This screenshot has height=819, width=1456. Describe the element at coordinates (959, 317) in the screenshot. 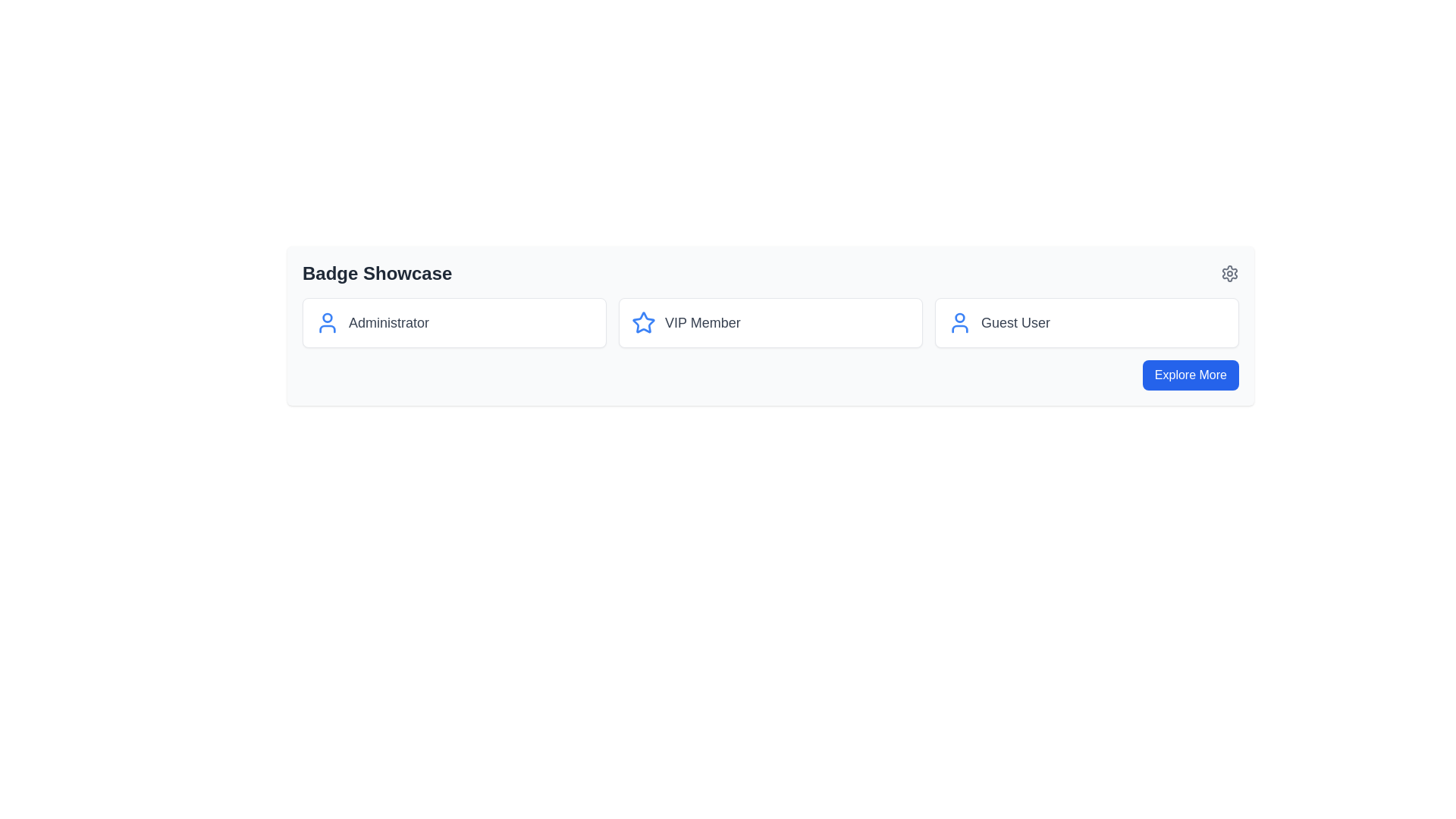

I see `the circular graphical representation of the 'Guest User' profile icon, which is the third user type card in a horizontal arrangement` at that location.